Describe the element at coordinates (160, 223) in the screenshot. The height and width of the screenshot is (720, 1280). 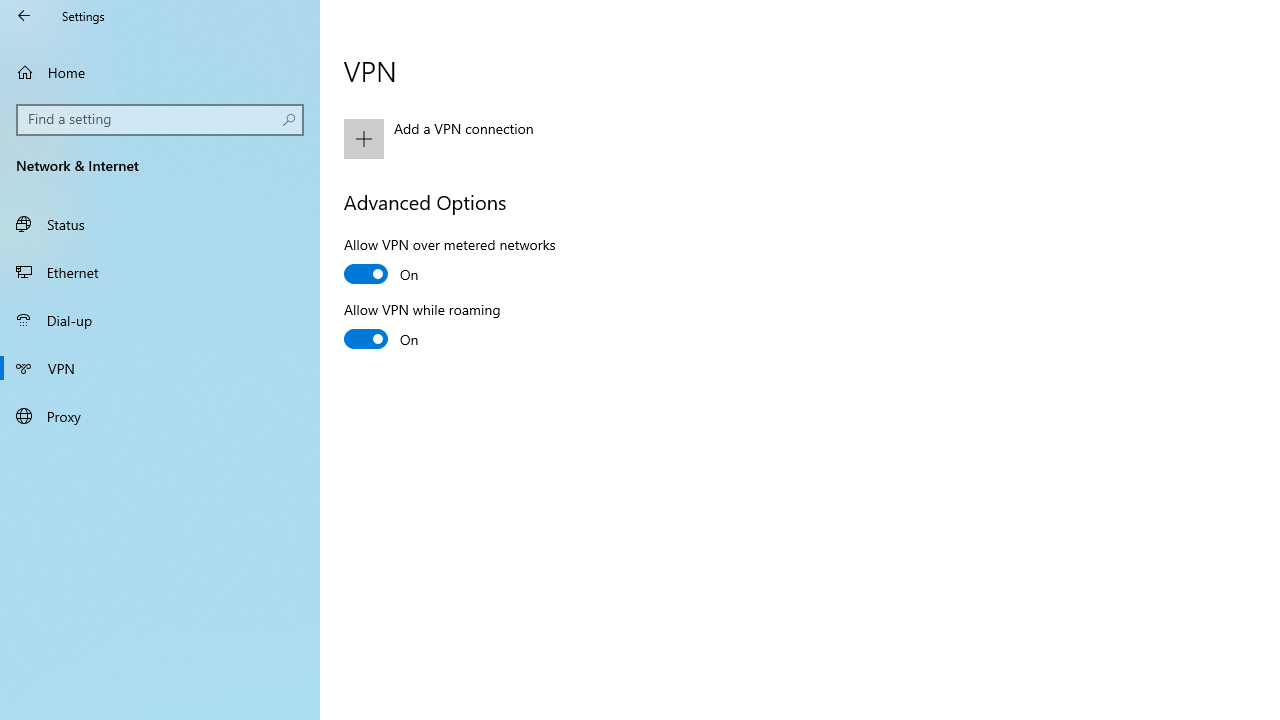
I see `'Status'` at that location.